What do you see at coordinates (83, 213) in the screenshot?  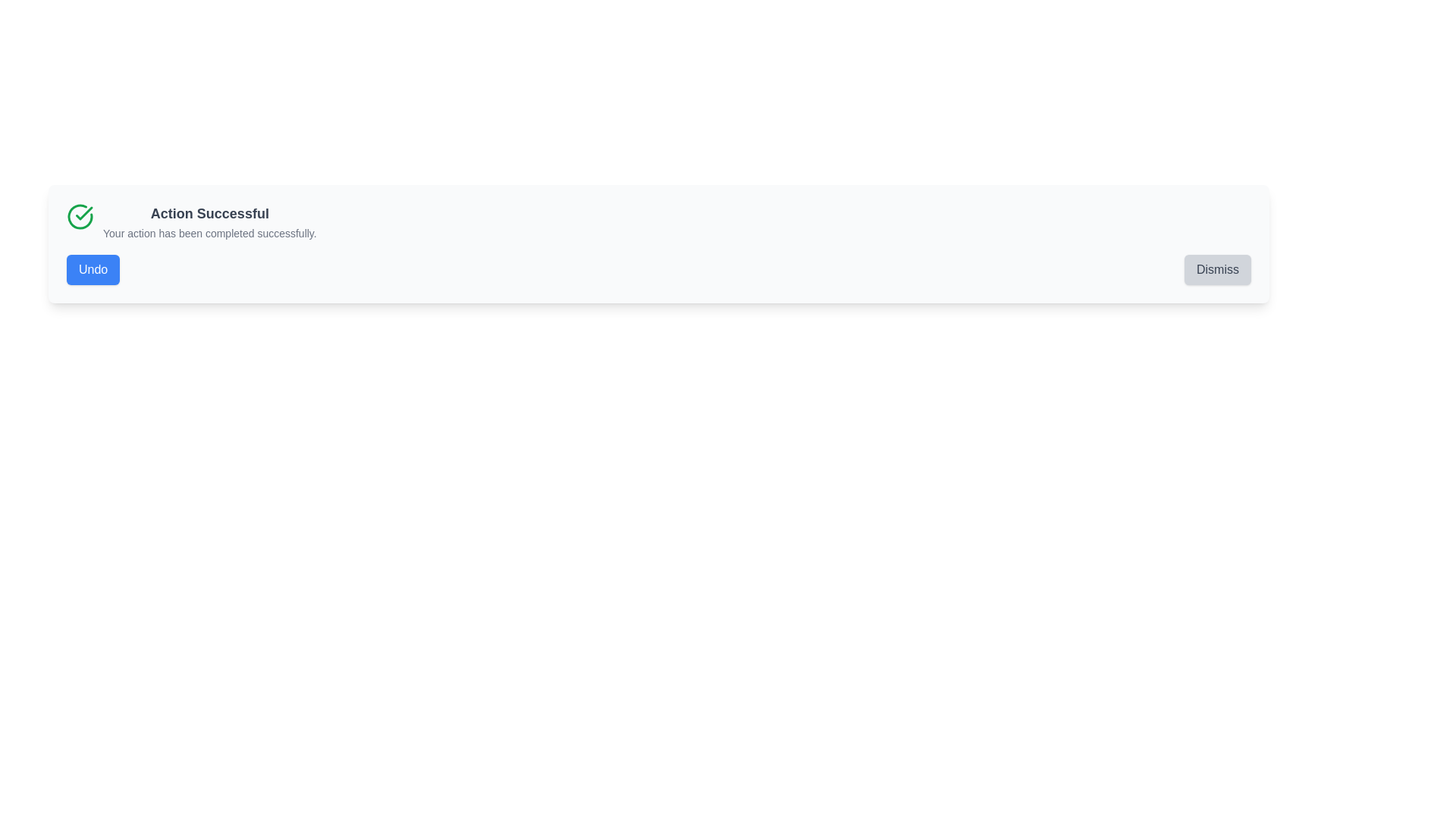 I see `the green checkmark icon that indicates a successful action, providing visual feedback for the operation's completion` at bounding box center [83, 213].